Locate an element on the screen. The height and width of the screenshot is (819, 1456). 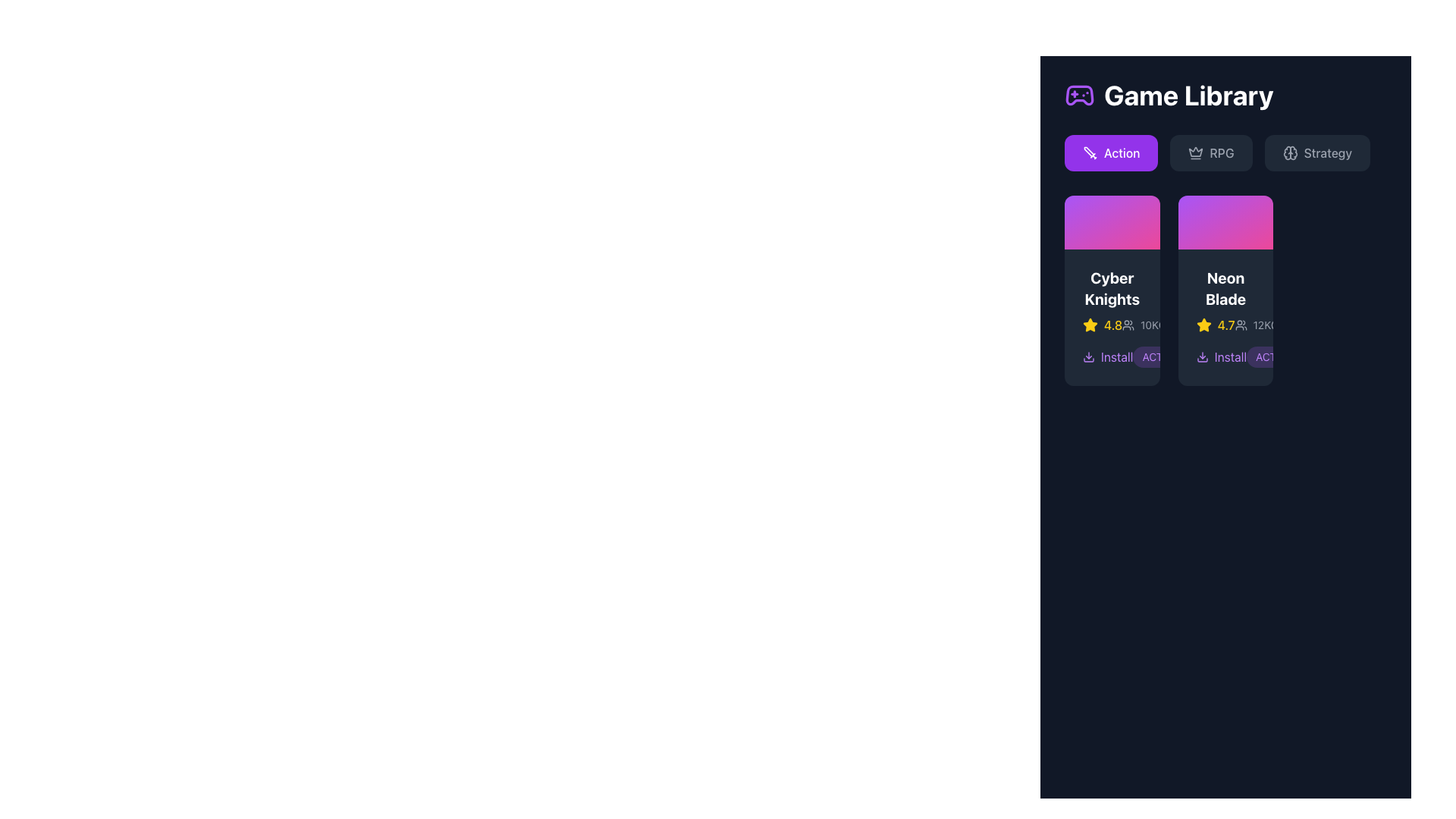
the 'Install' text label within the button located under the 'Cyber Knights' card in the Game Library is located at coordinates (1117, 356).